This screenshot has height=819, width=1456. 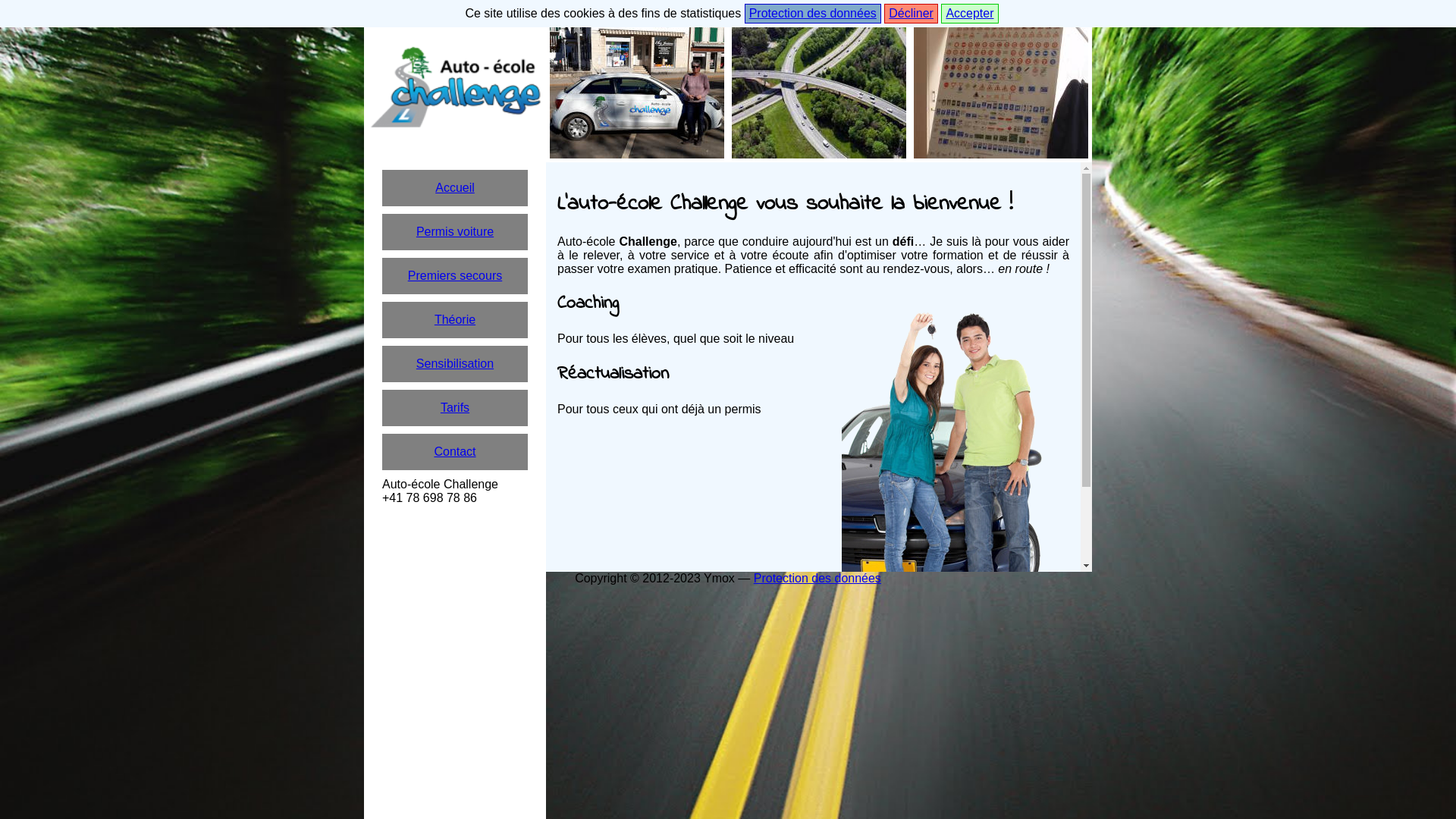 What do you see at coordinates (454, 406) in the screenshot?
I see `'Tarifs'` at bounding box center [454, 406].